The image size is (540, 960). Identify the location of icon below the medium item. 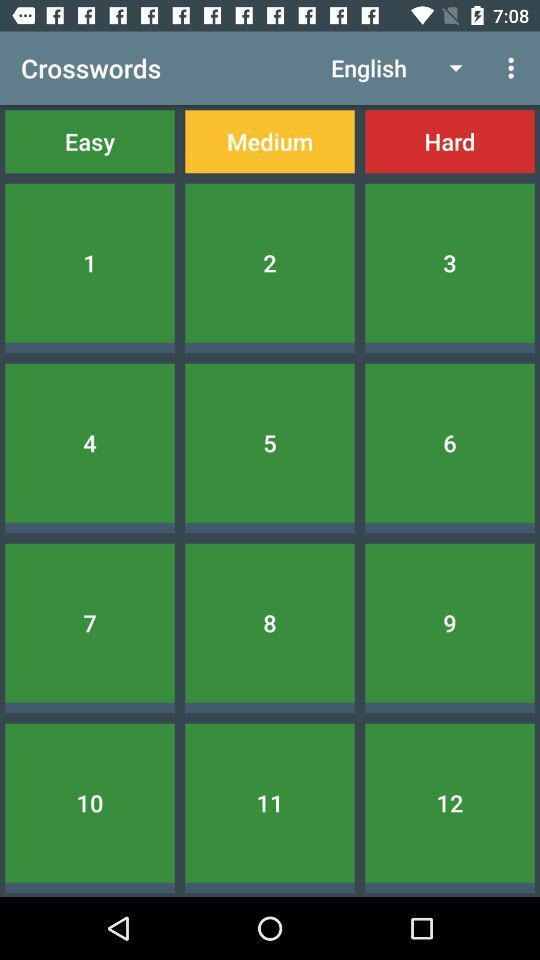
(270, 262).